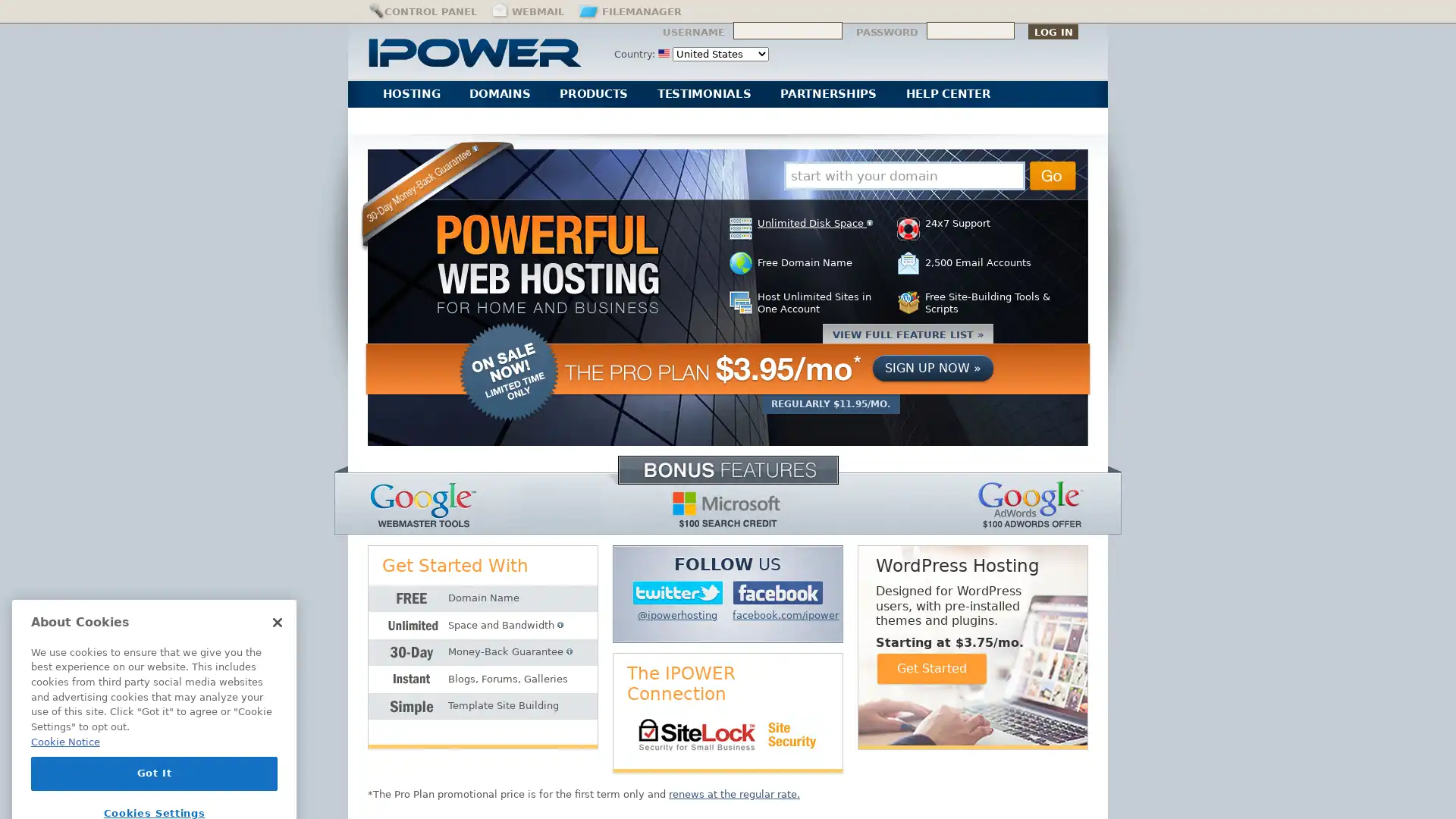 The image size is (1456, 819). What do you see at coordinates (154, 760) in the screenshot?
I see `Cookies Settings` at bounding box center [154, 760].